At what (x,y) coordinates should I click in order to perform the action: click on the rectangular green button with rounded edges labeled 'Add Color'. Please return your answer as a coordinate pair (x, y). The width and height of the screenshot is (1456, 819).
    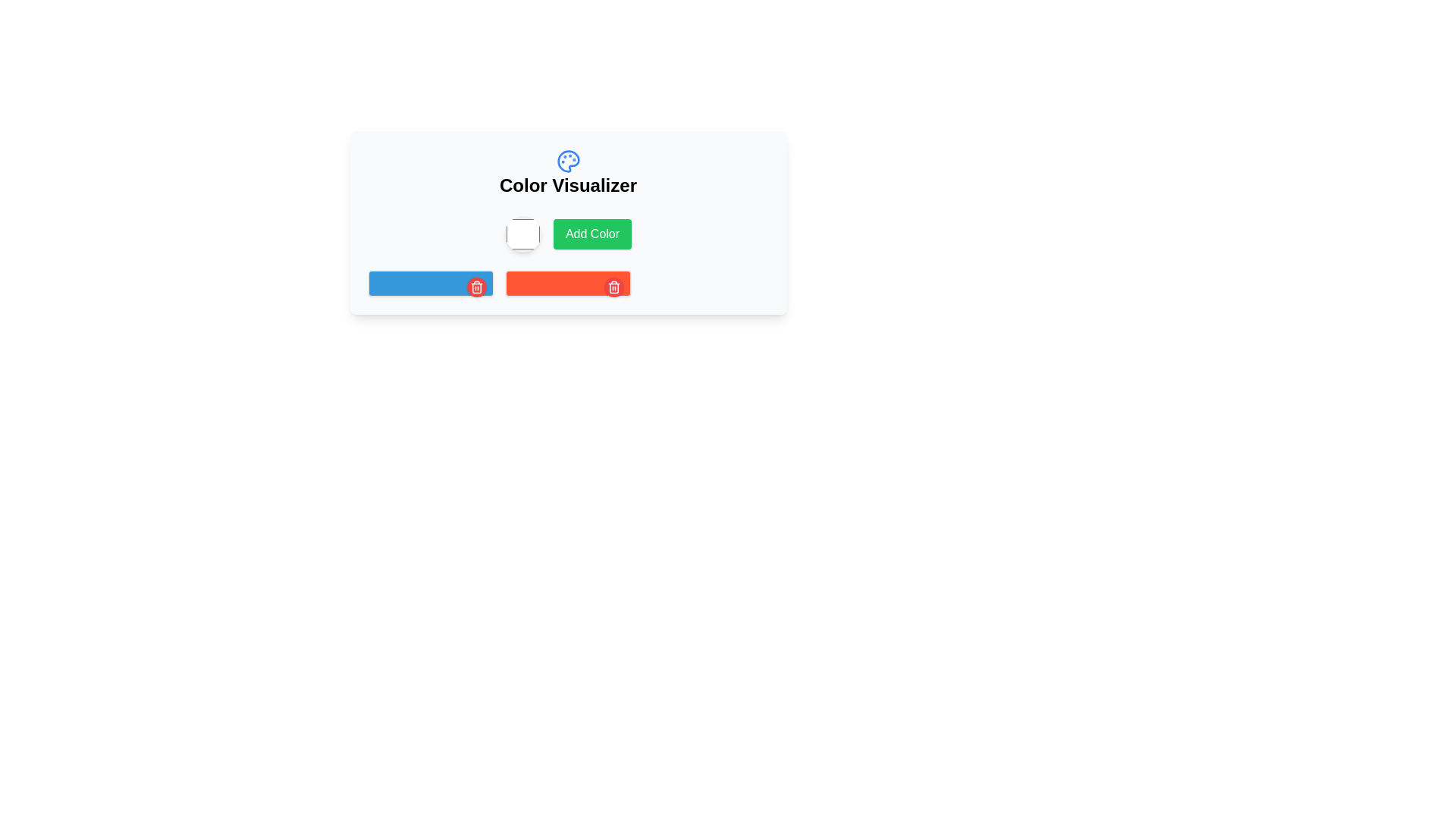
    Looking at the image, I should click on (567, 234).